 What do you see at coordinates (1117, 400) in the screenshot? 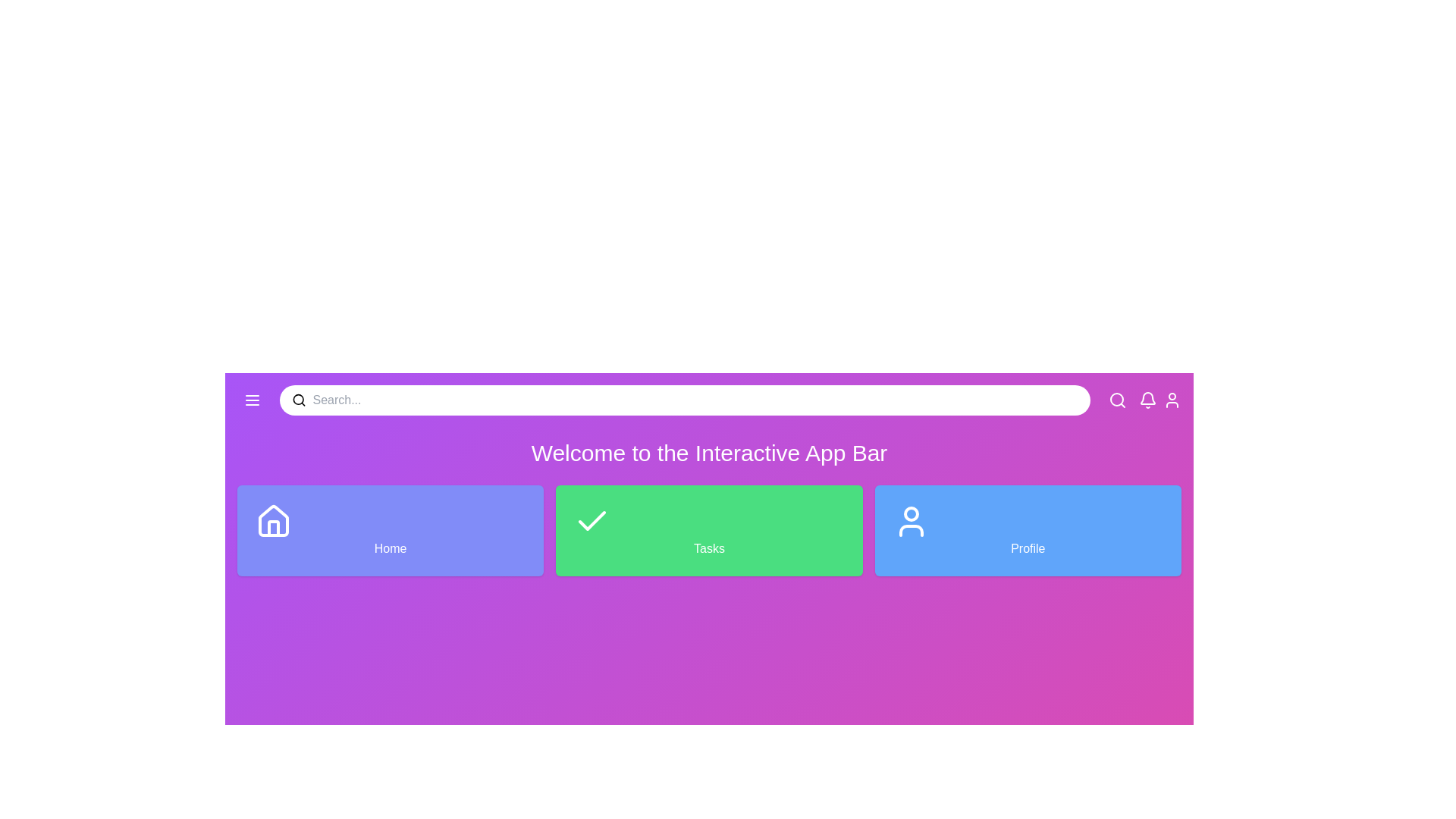
I see `the navigation button search` at bounding box center [1117, 400].